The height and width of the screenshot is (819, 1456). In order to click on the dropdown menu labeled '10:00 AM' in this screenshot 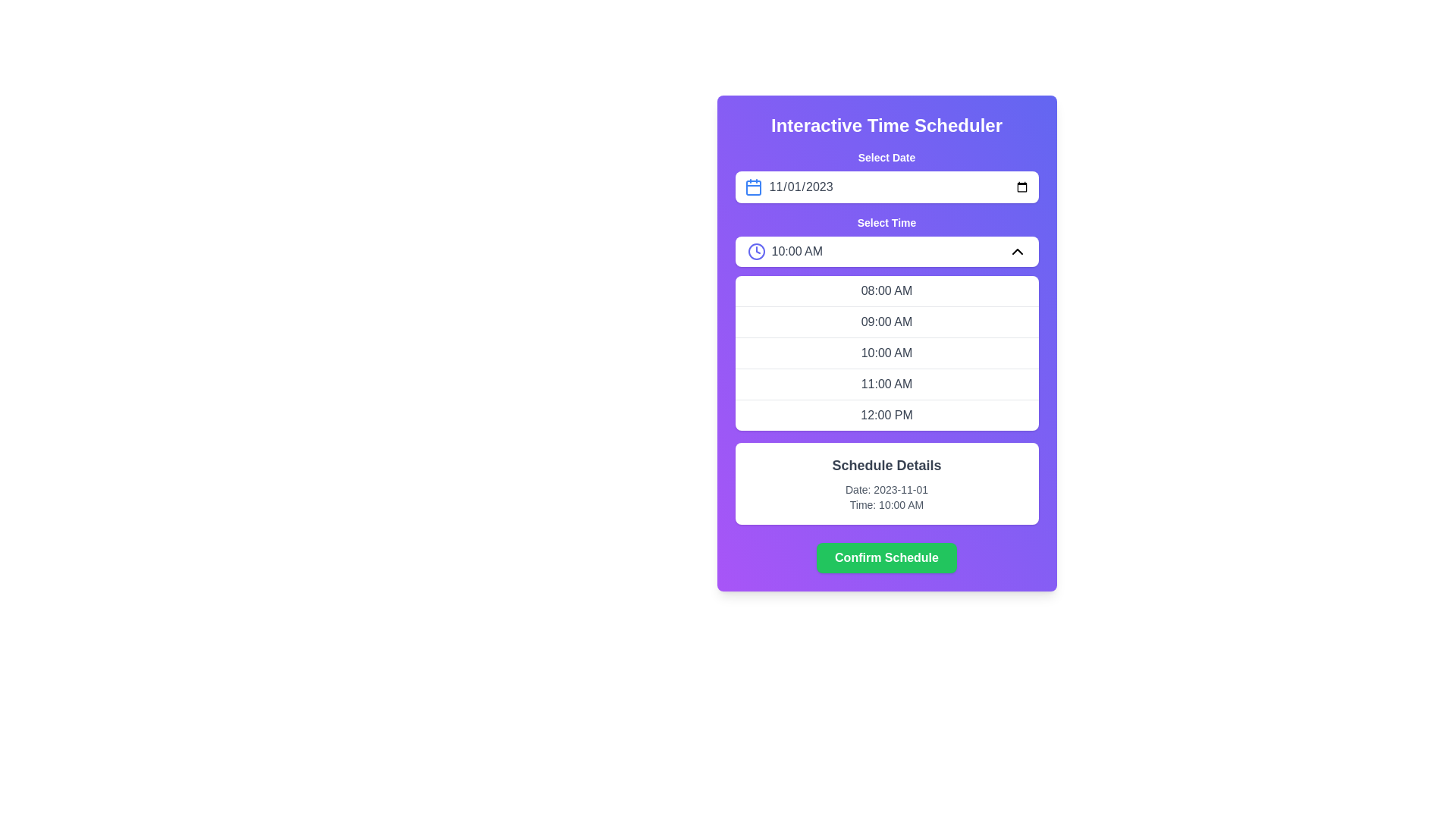, I will do `click(886, 250)`.